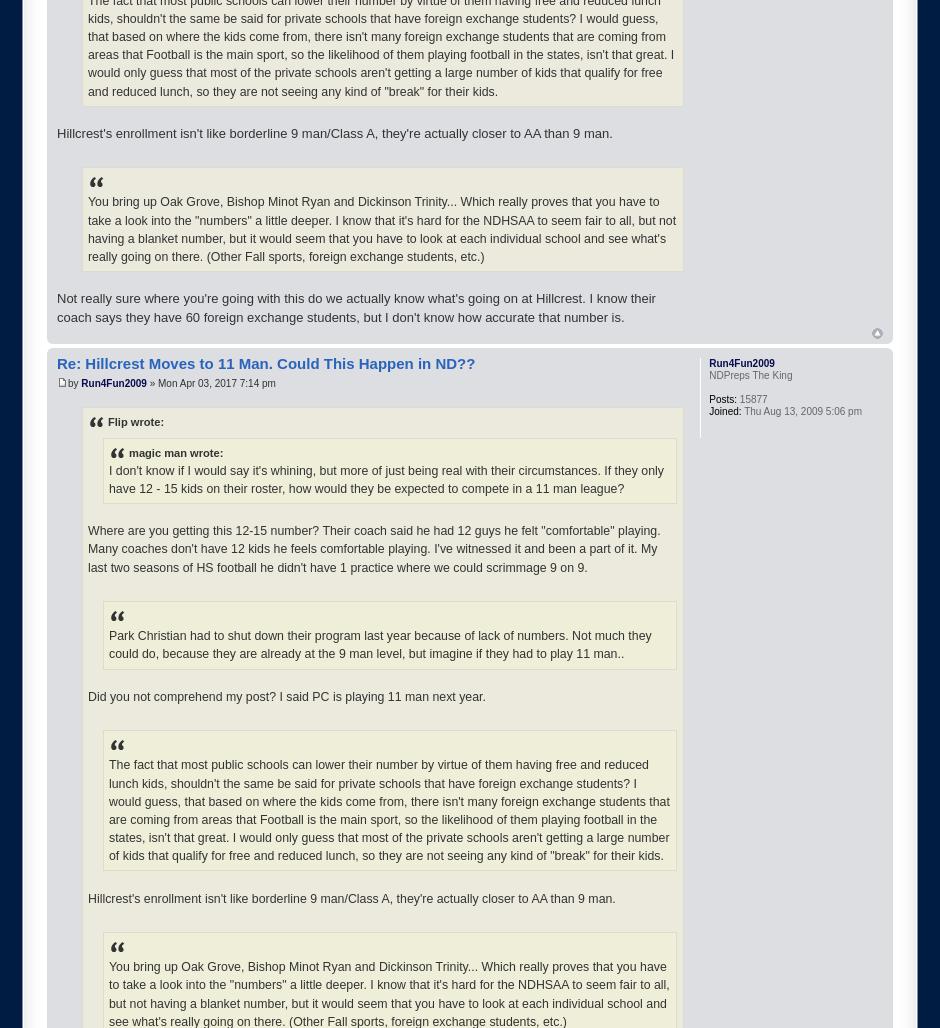 This screenshot has height=1028, width=940. Describe the element at coordinates (801, 410) in the screenshot. I see `'Thu Aug 13, 2009 5:06 pm'` at that location.